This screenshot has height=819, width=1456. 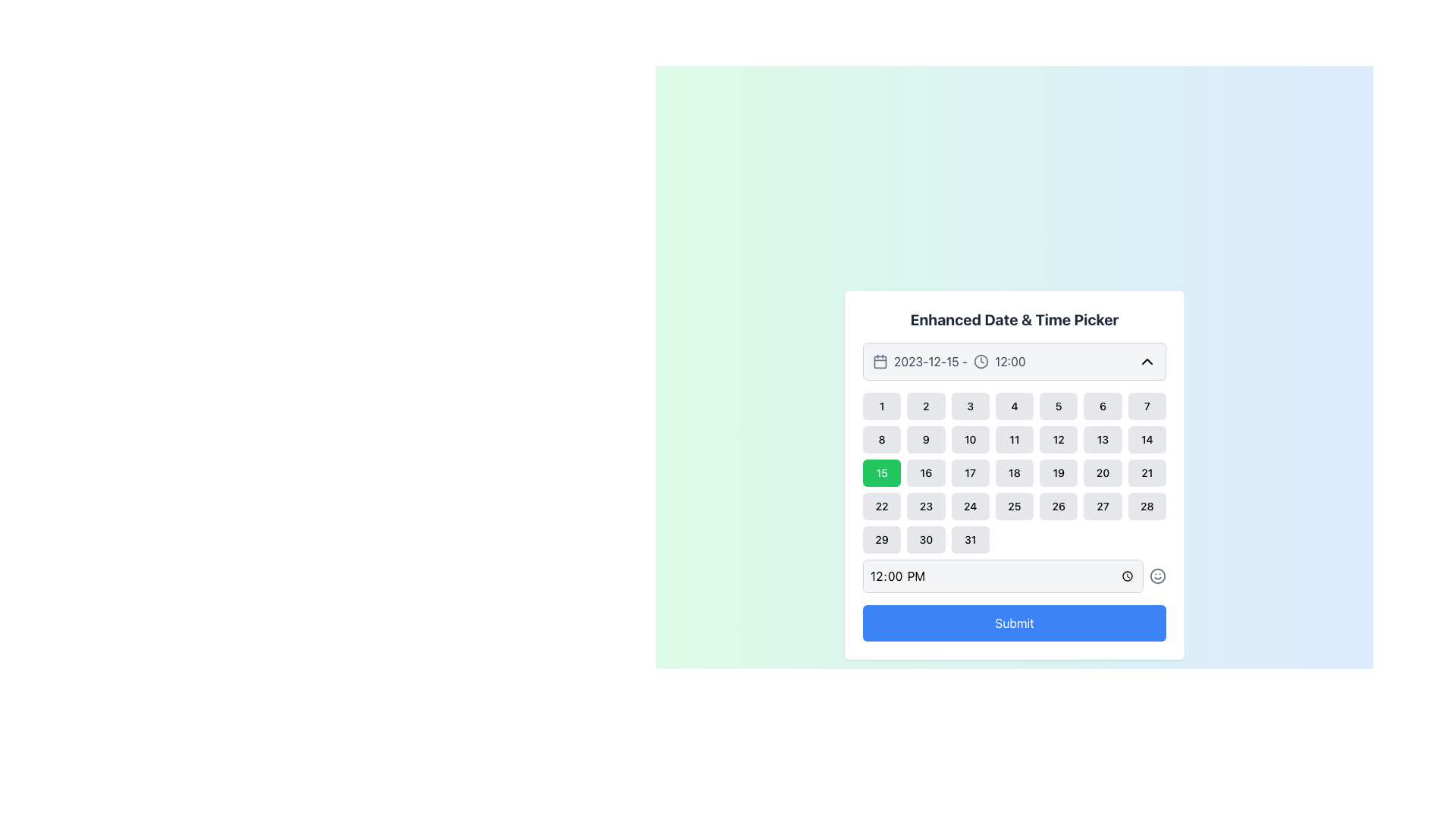 What do you see at coordinates (925, 539) in the screenshot?
I see `the small rectangular button labeled '30' with rounded corners in the date picker widget` at bounding box center [925, 539].